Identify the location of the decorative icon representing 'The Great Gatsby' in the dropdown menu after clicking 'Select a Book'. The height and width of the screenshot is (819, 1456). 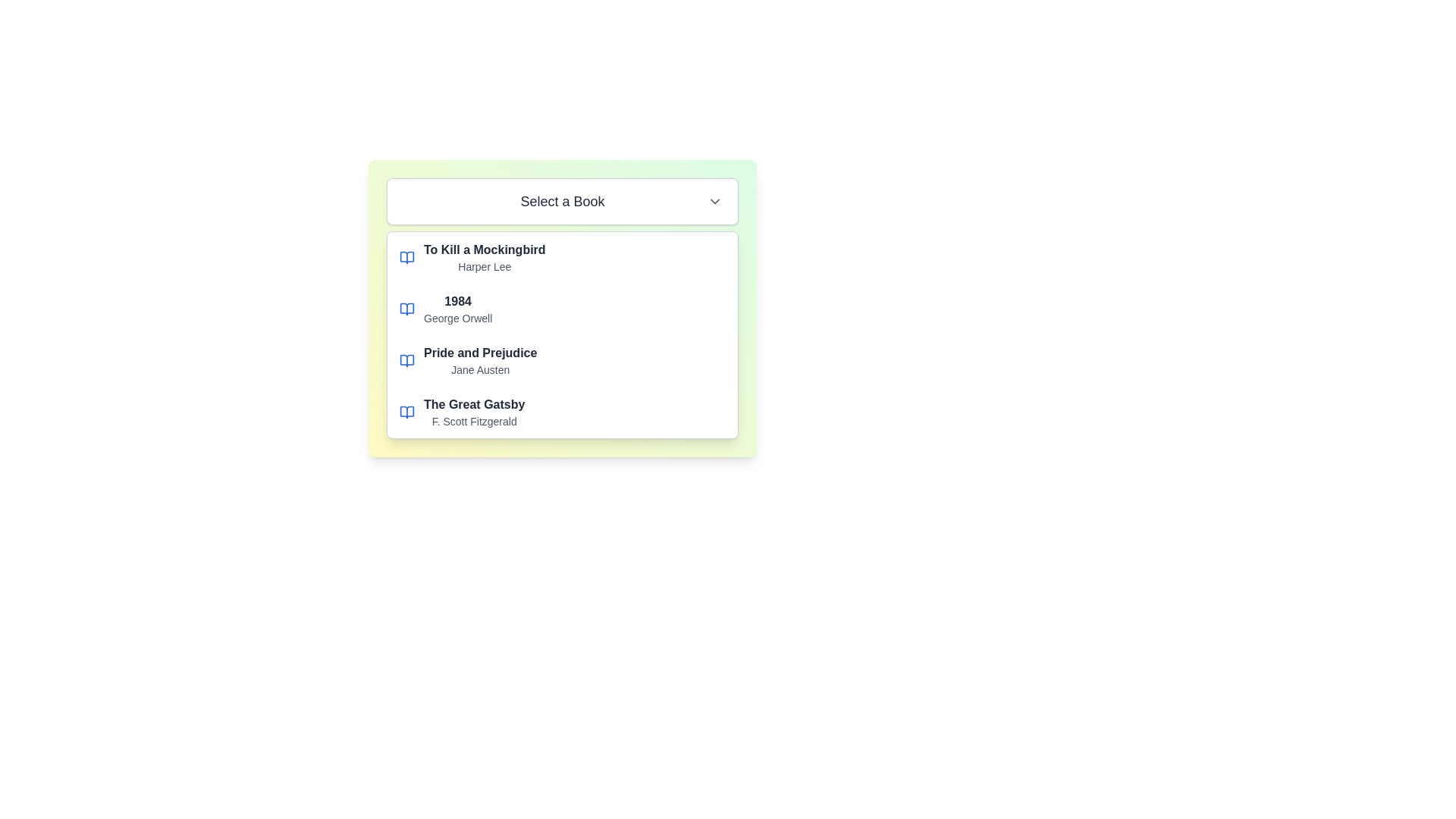
(407, 412).